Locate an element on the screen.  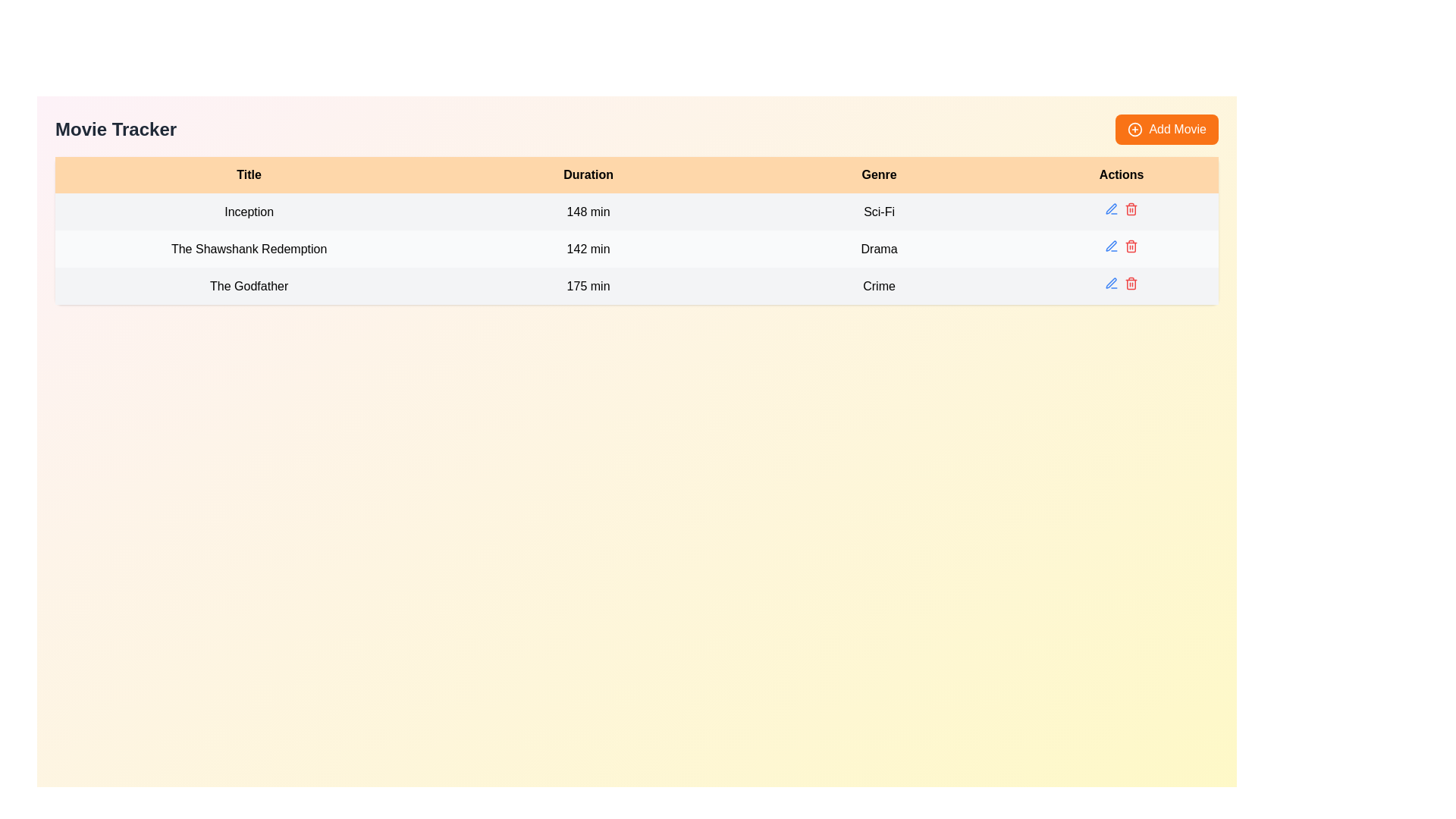
the trash can icon in the 'Actions' column of the table row linked to the movie 'The Shawshank Redemption' to initiate the delete action is located at coordinates (1131, 246).